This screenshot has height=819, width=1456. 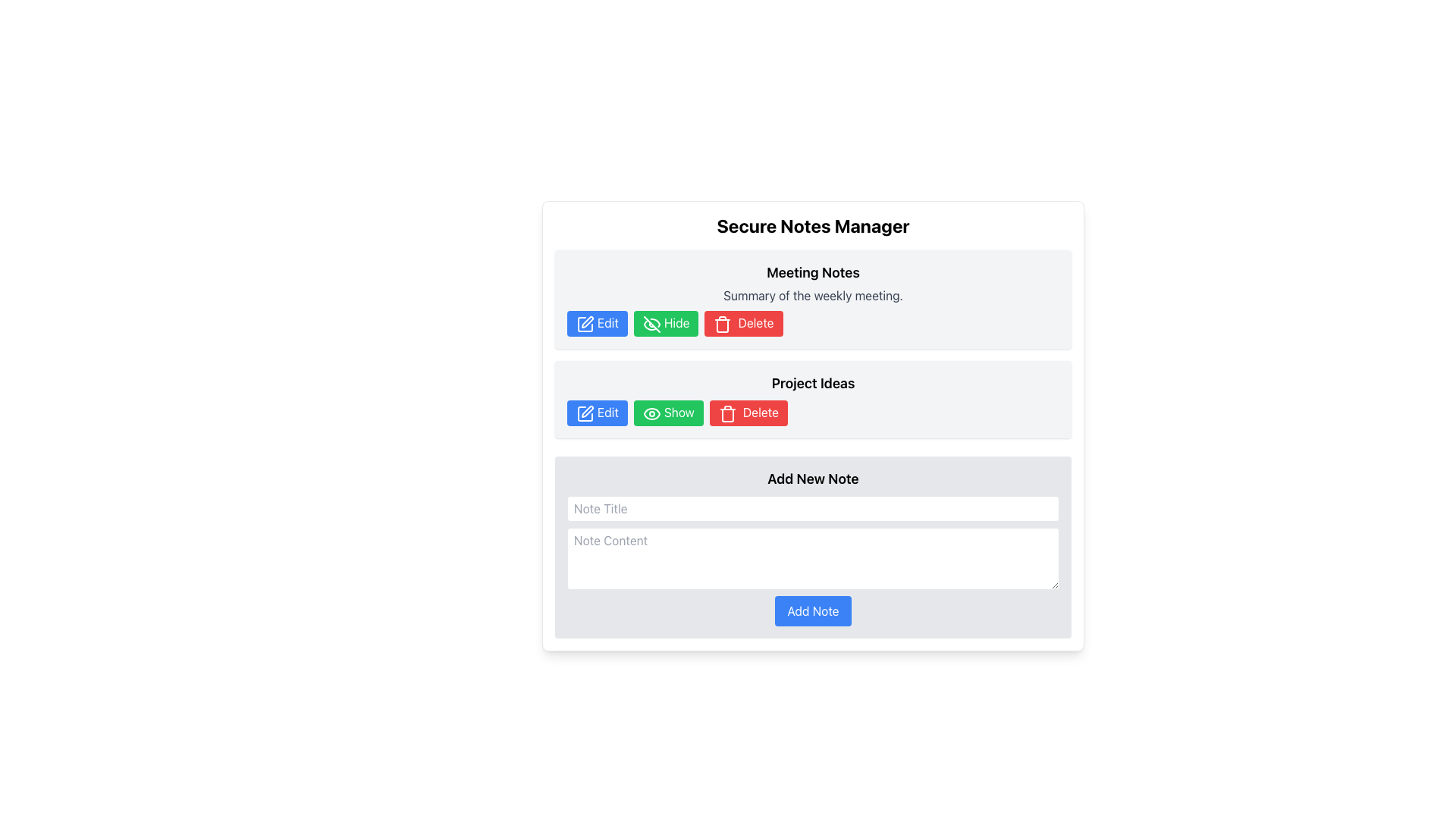 I want to click on the 'Show' icon within the green button, so click(x=651, y=413).